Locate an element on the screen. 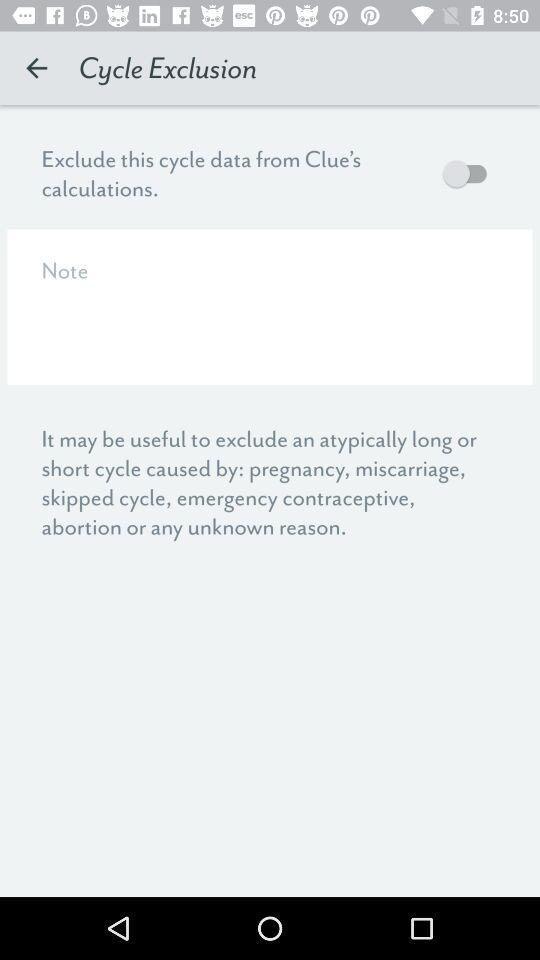  exclude cycle data from calculations option is located at coordinates (469, 172).